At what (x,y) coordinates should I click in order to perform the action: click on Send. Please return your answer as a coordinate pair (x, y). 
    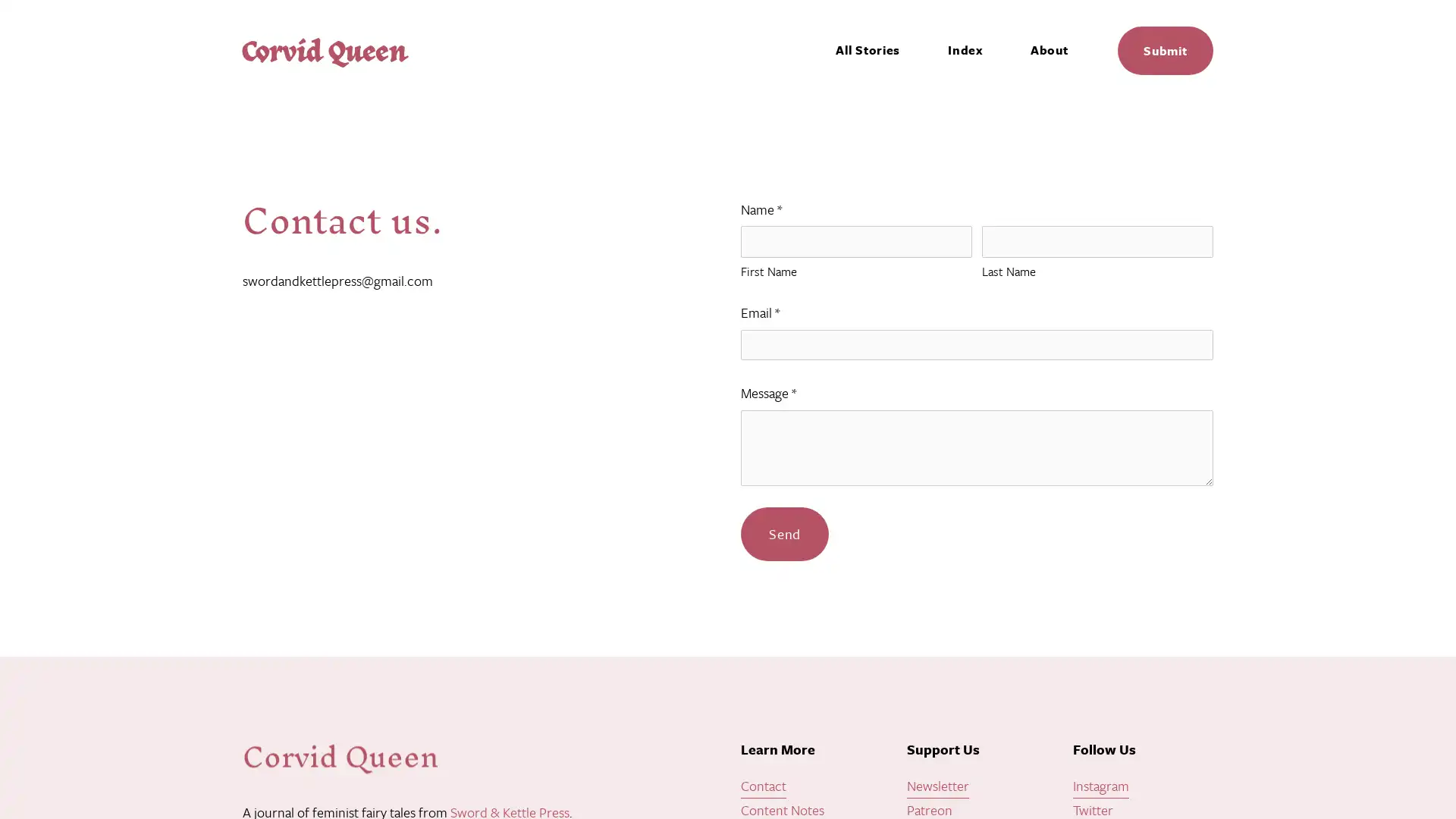
    Looking at the image, I should click on (784, 532).